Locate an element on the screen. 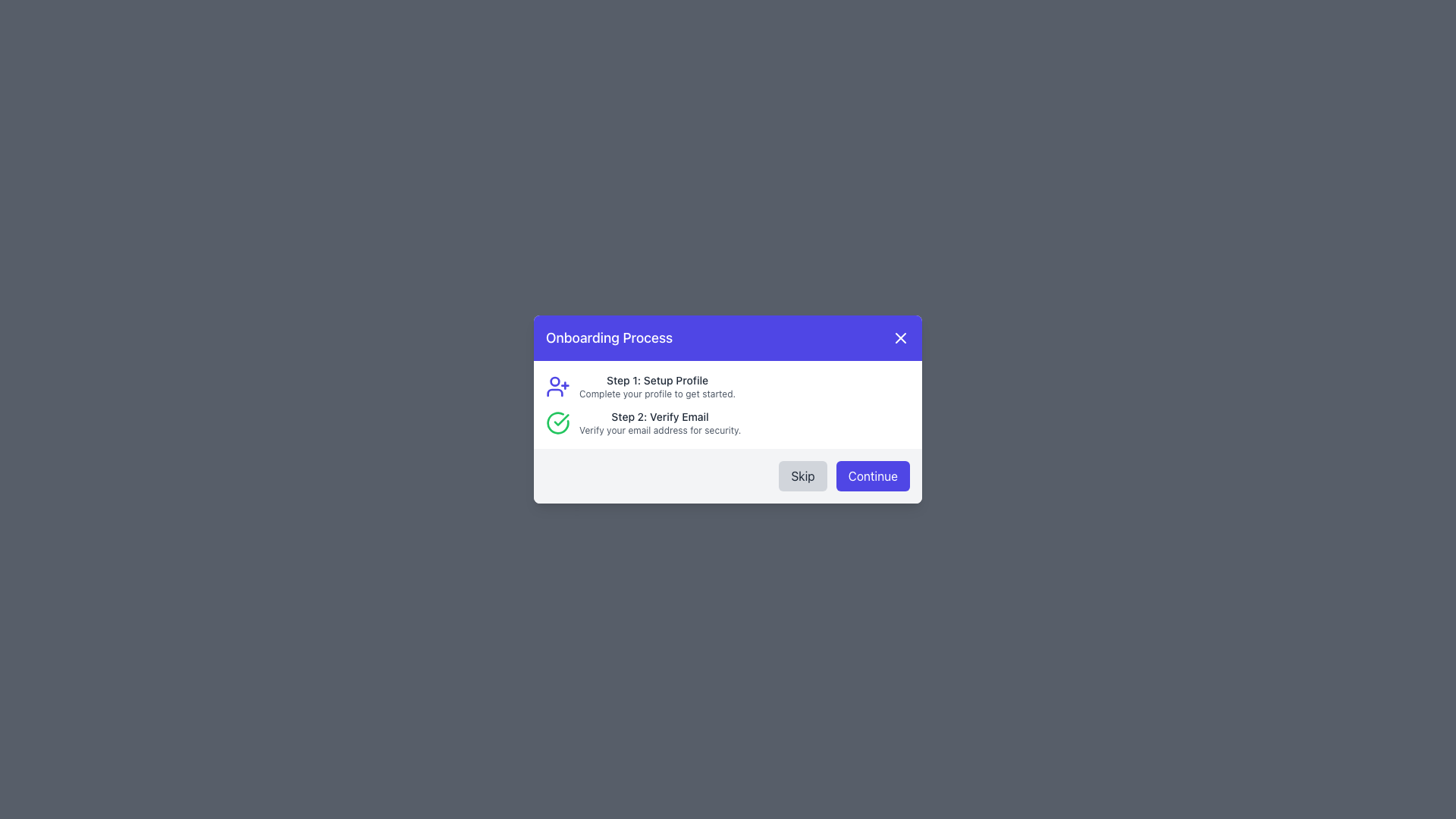  the 'Skip' or 'Continue' button in the Action Panel located at the bottom of the modal dialog labeled 'Onboarding Process' to observe hover effects is located at coordinates (728, 475).